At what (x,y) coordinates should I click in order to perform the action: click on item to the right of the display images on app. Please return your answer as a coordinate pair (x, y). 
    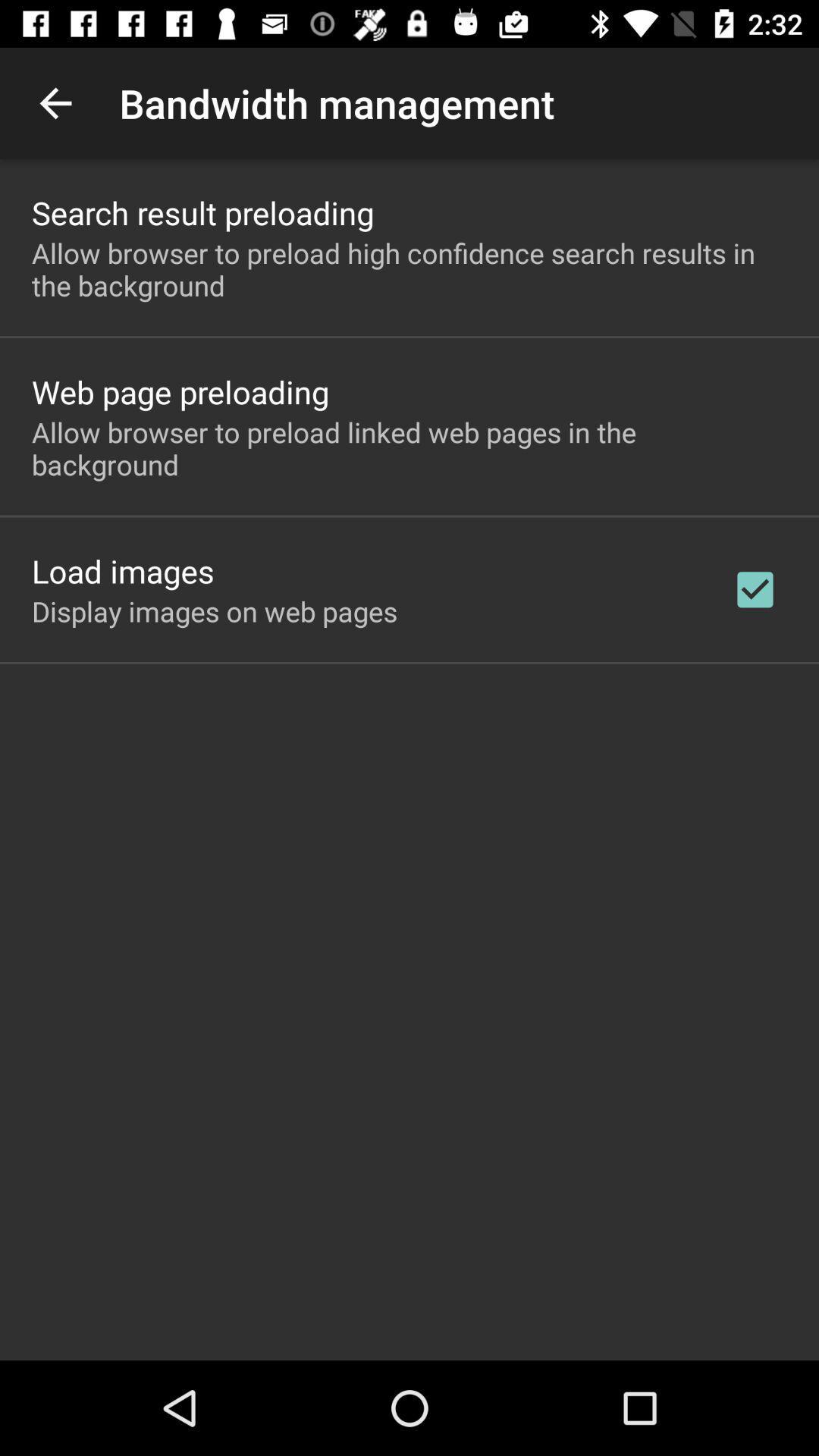
    Looking at the image, I should click on (755, 588).